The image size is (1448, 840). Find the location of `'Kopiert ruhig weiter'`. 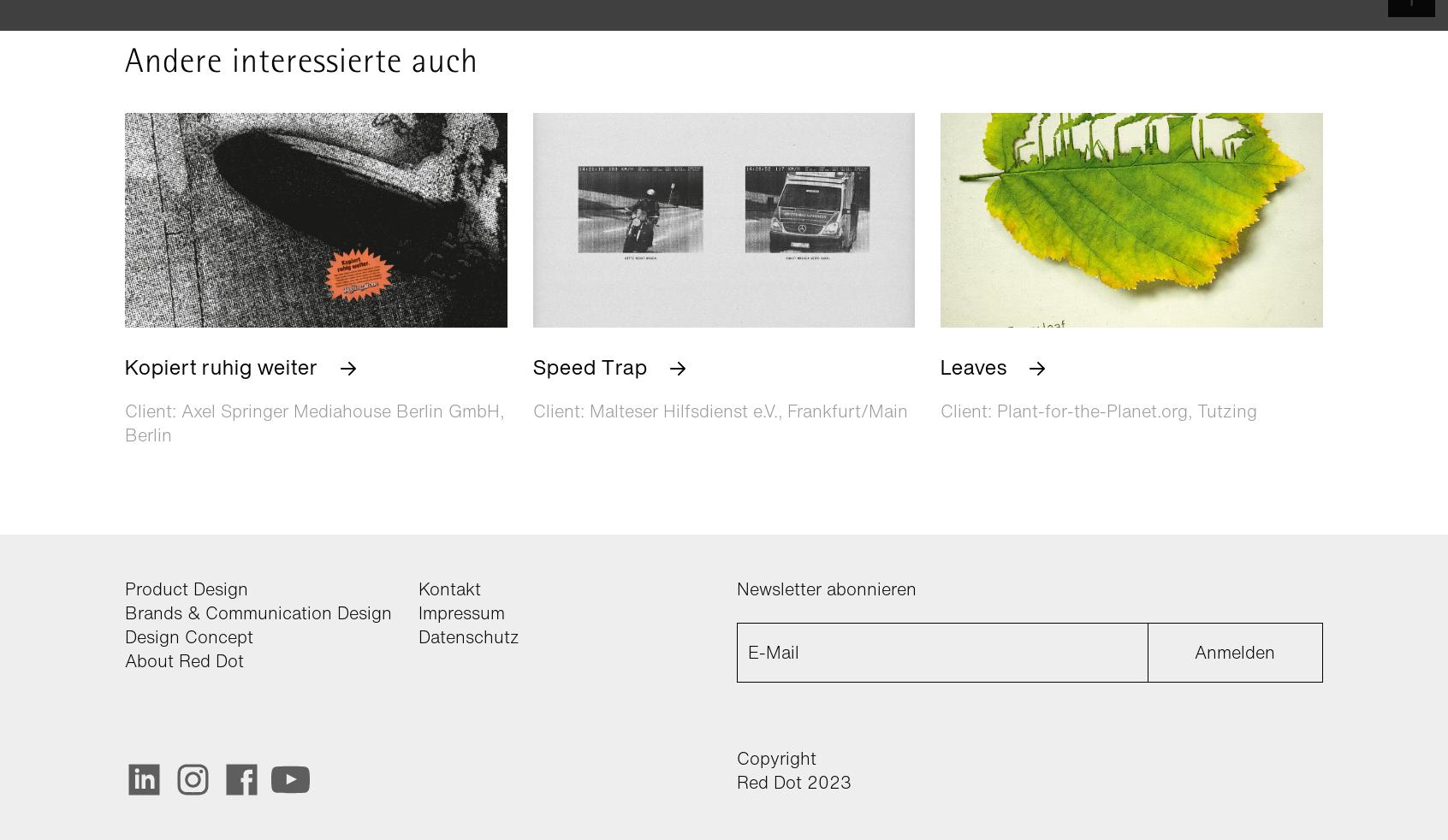

'Kopiert ruhig weiter' is located at coordinates (223, 367).